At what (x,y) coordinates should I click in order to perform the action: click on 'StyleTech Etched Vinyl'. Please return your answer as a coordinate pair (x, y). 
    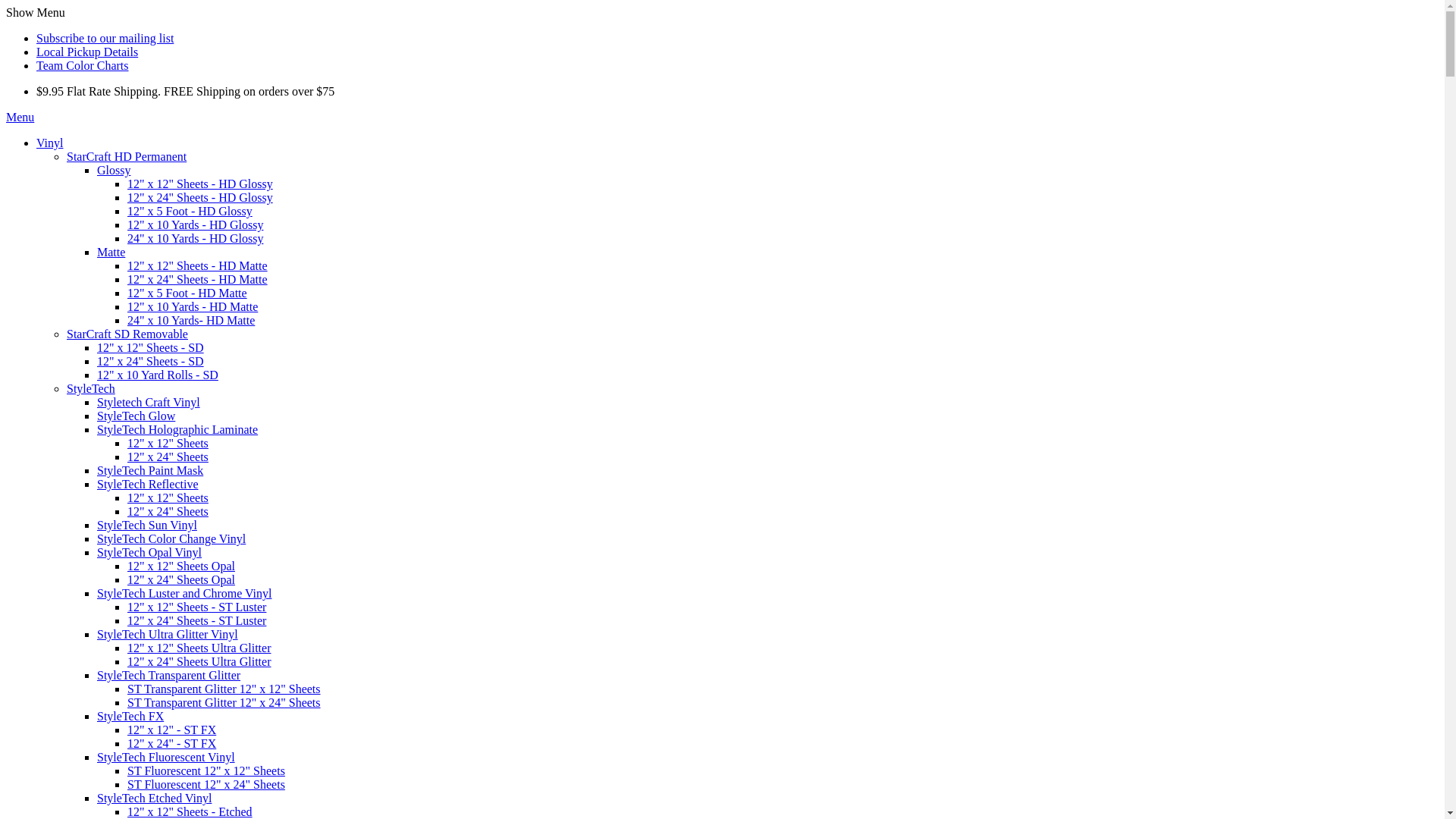
    Looking at the image, I should click on (154, 797).